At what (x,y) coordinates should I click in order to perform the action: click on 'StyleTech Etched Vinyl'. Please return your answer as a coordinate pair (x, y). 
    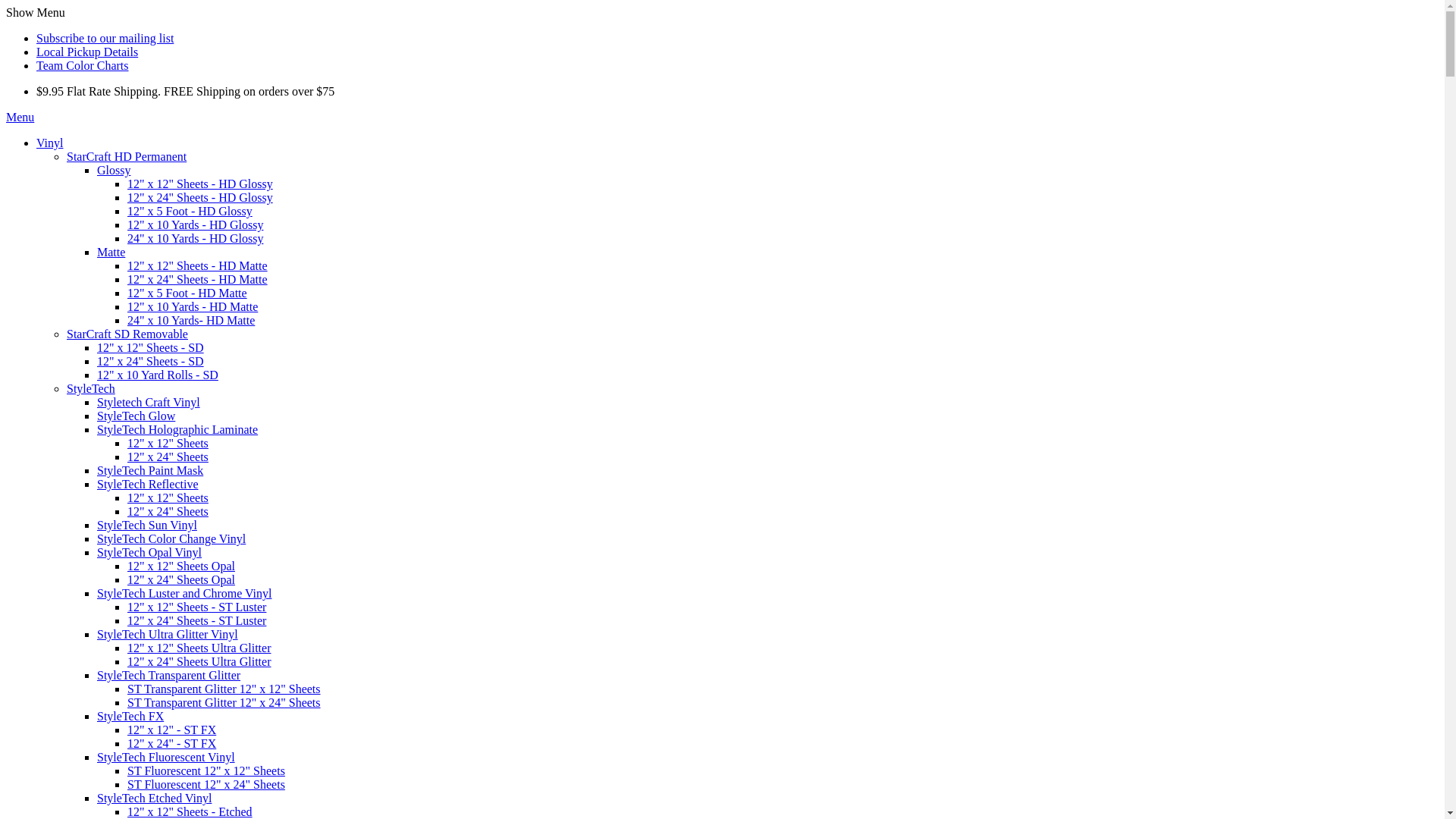
    Looking at the image, I should click on (154, 797).